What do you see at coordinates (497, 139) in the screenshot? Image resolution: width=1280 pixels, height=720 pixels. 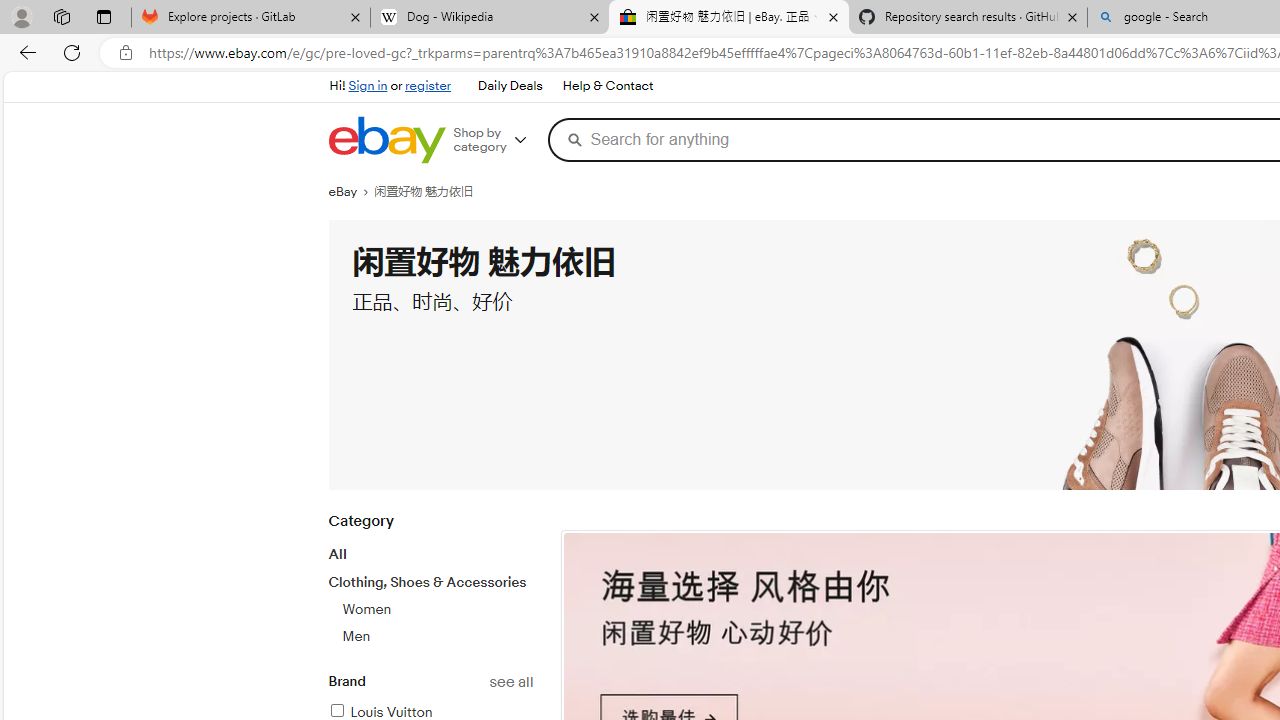 I see `'Shop by category'` at bounding box center [497, 139].